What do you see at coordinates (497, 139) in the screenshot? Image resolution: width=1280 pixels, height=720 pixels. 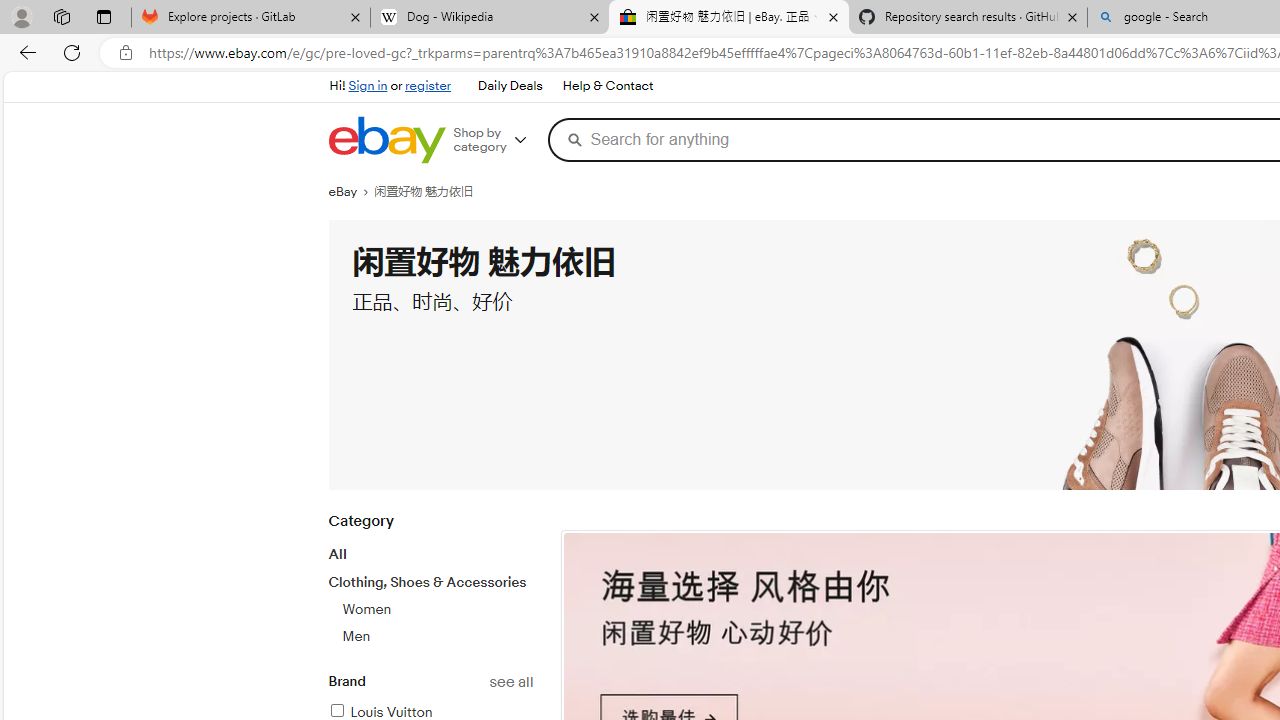 I see `'Shop by category'` at bounding box center [497, 139].